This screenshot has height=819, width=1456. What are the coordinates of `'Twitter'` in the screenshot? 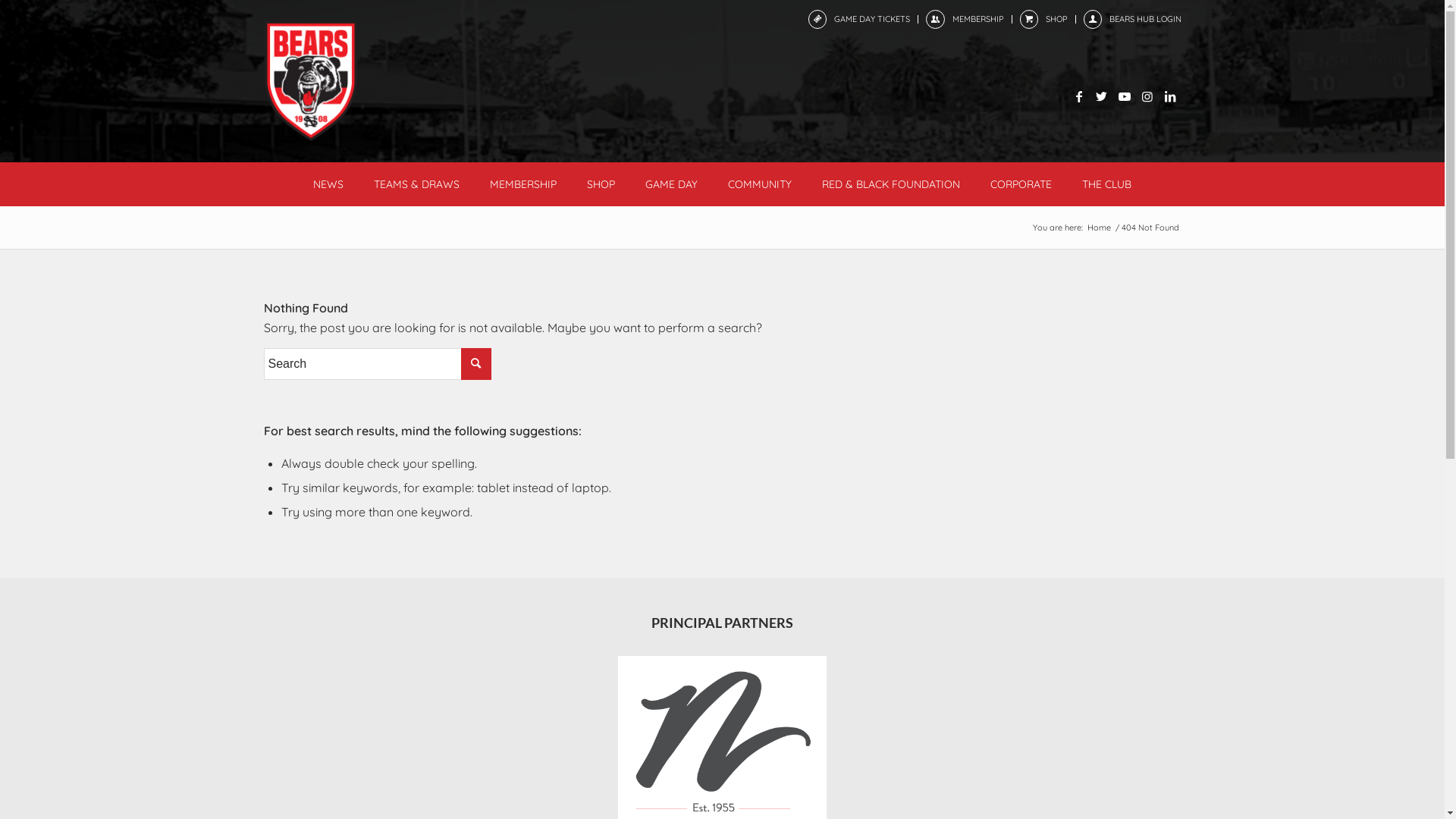 It's located at (1090, 96).